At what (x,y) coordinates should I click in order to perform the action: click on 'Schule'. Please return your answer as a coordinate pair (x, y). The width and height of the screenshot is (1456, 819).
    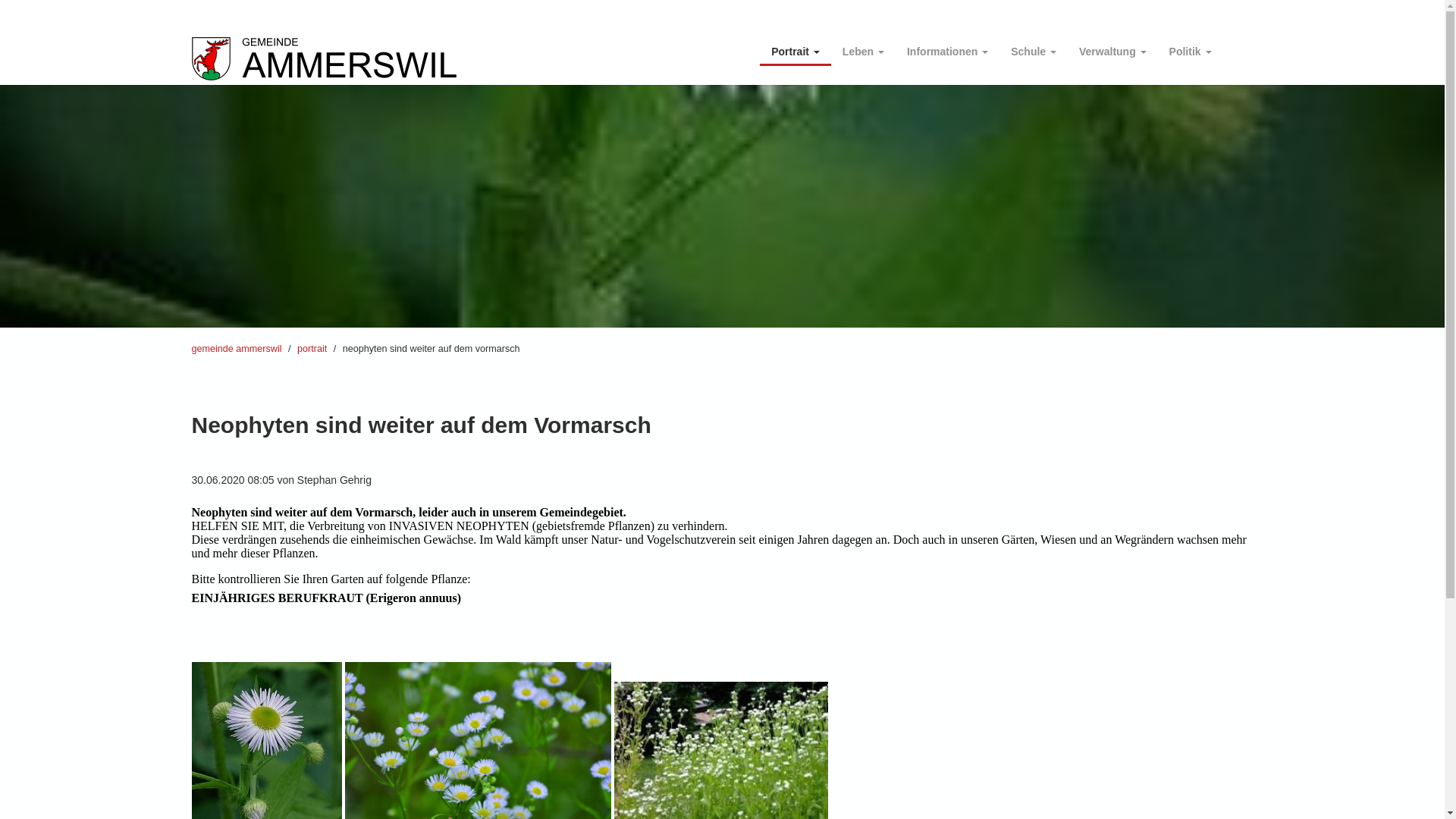
    Looking at the image, I should click on (1033, 47).